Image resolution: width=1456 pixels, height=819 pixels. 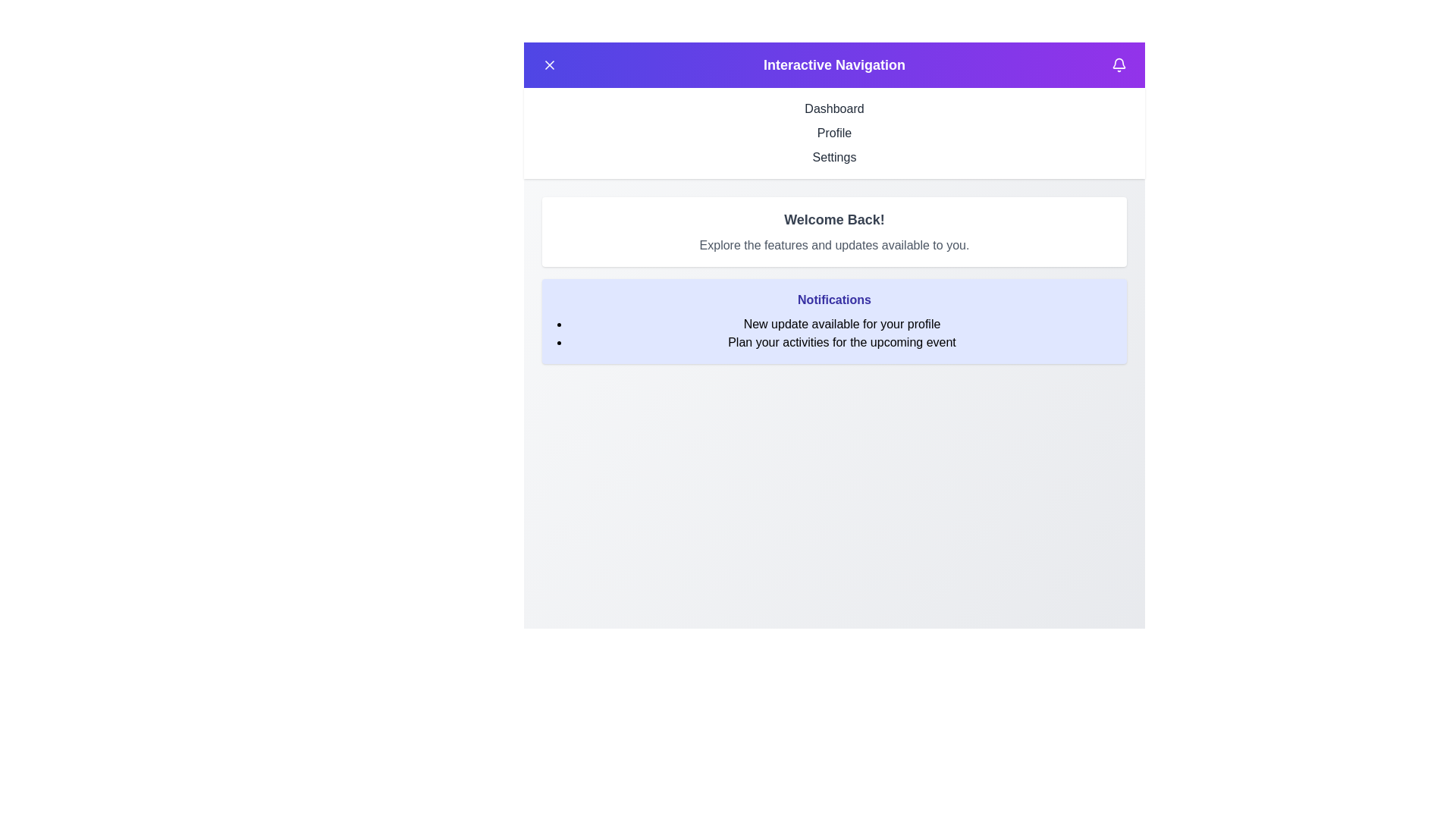 I want to click on the navigation menu item Profile, so click(x=833, y=133).